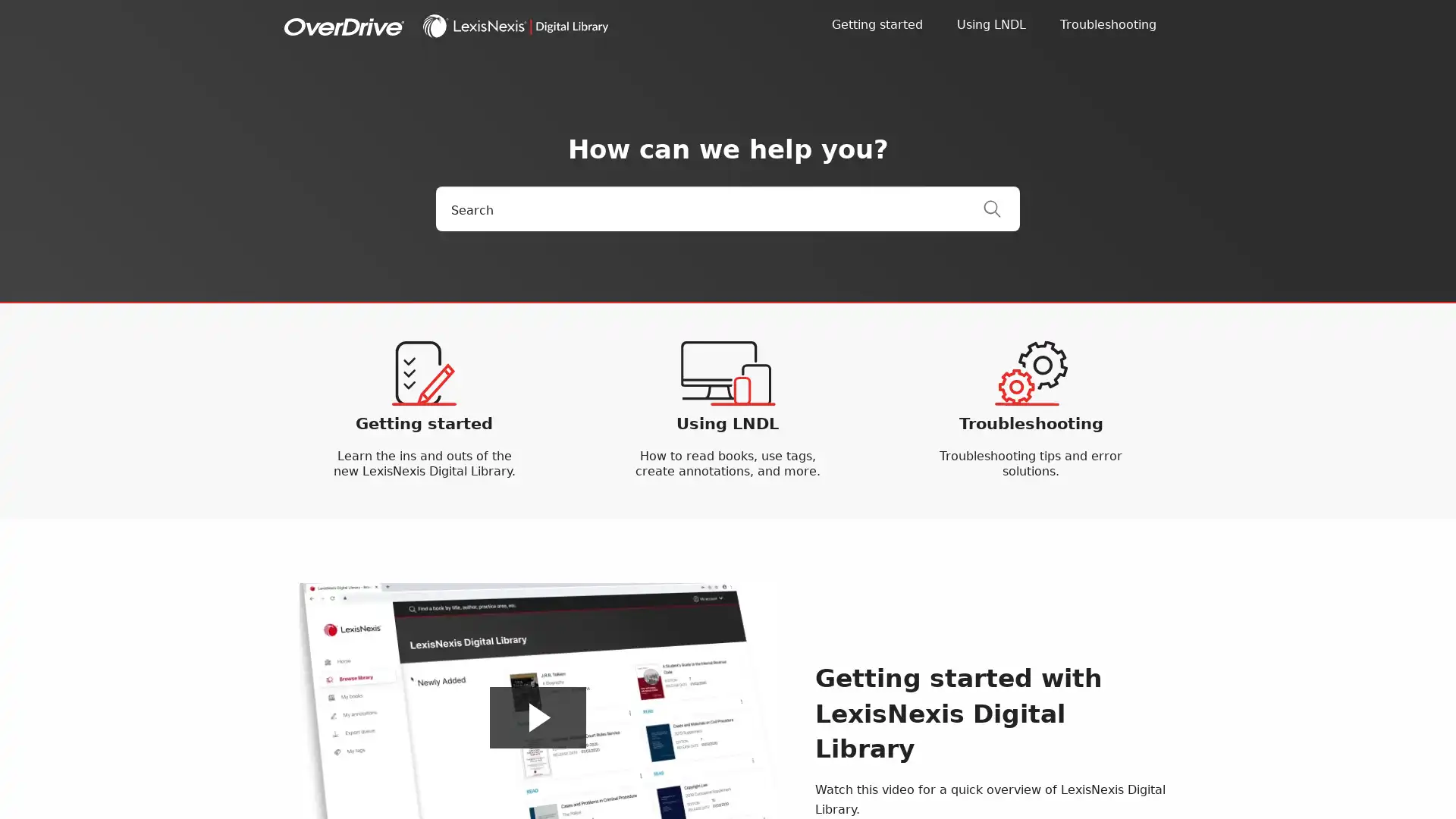 Image resolution: width=1456 pixels, height=819 pixels. What do you see at coordinates (538, 717) in the screenshot?
I see `Play` at bounding box center [538, 717].